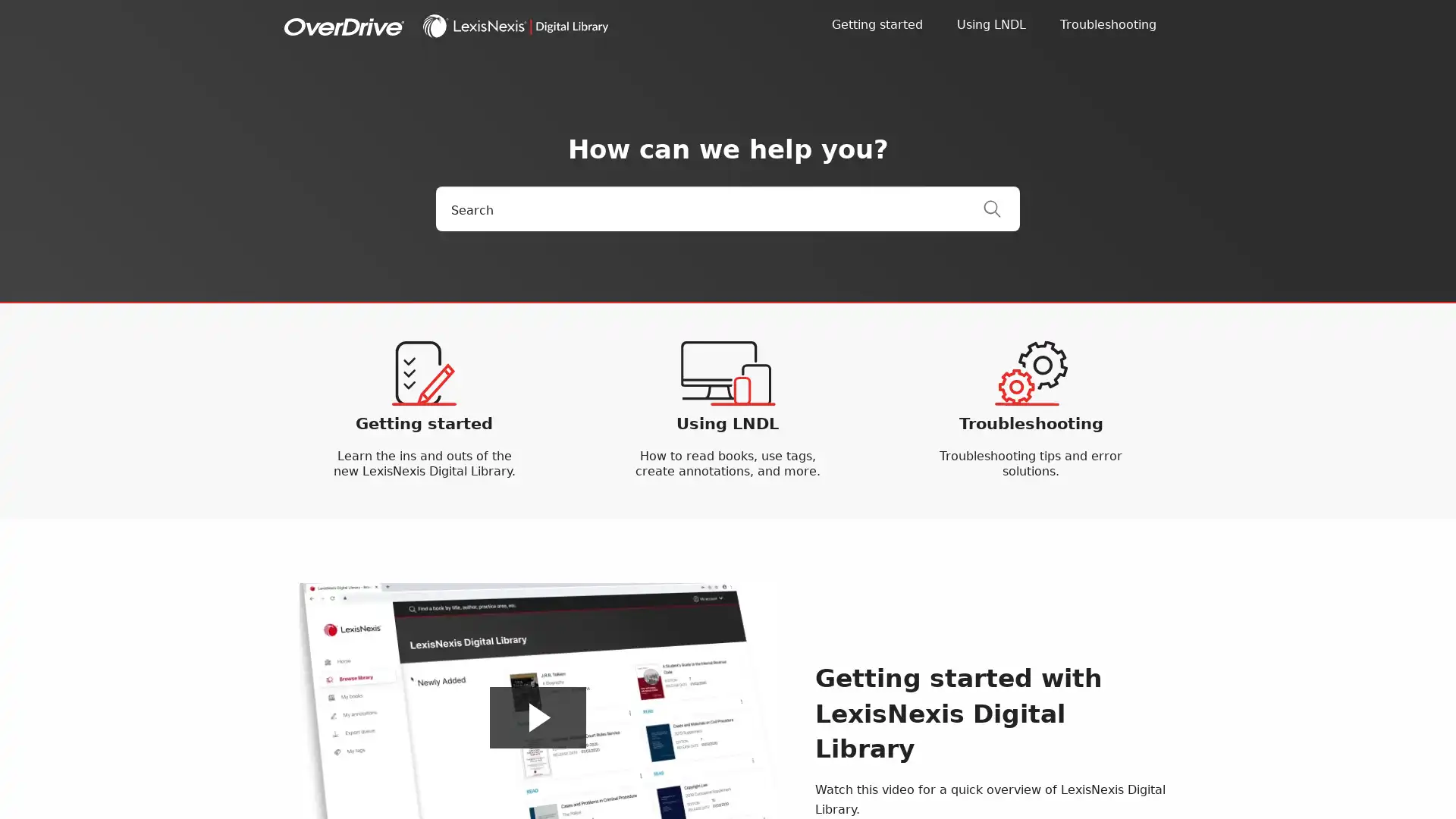 Image resolution: width=1456 pixels, height=819 pixels. What do you see at coordinates (538, 717) in the screenshot?
I see `Play` at bounding box center [538, 717].